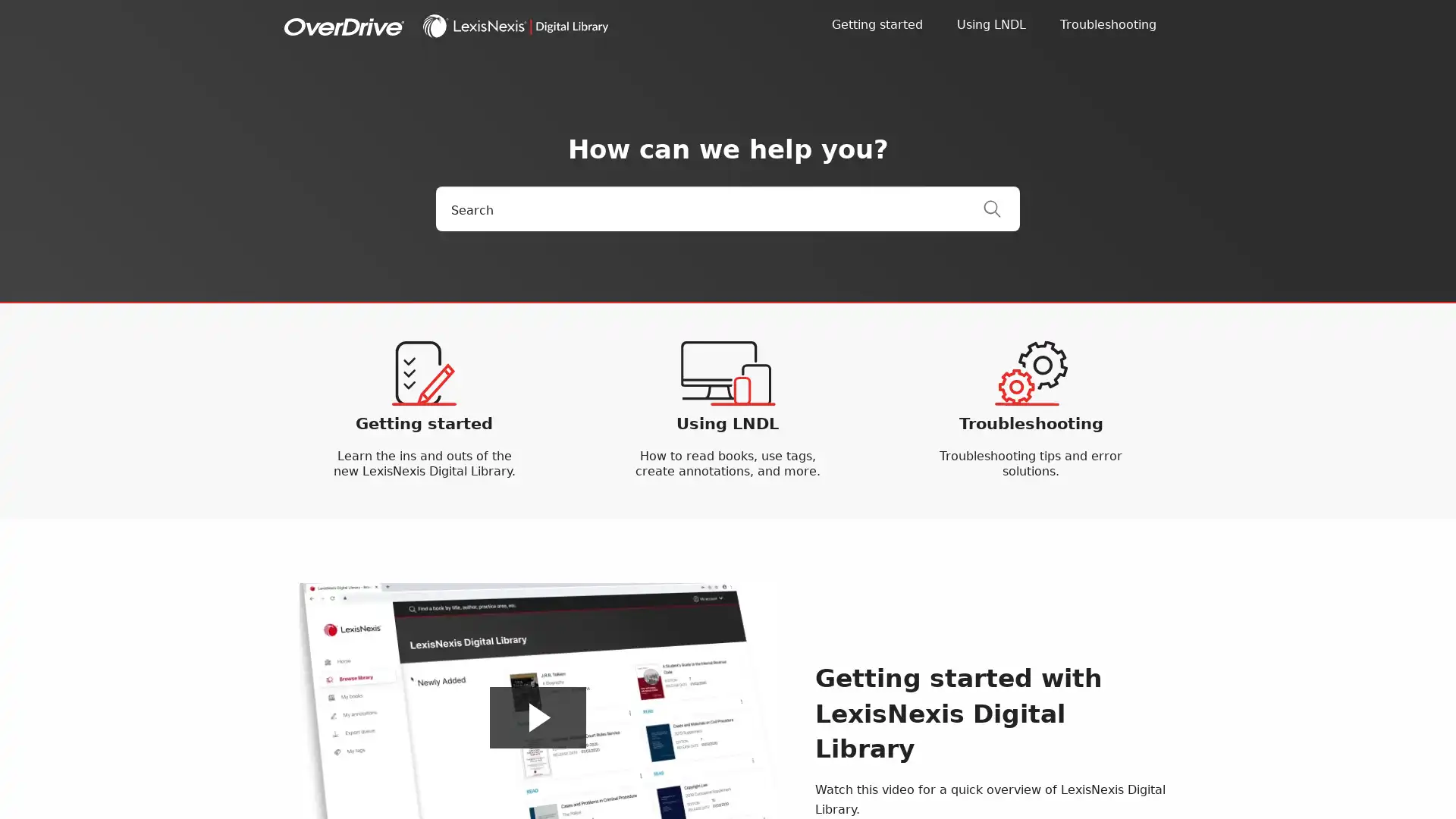 Image resolution: width=1456 pixels, height=819 pixels. What do you see at coordinates (538, 717) in the screenshot?
I see `Play` at bounding box center [538, 717].